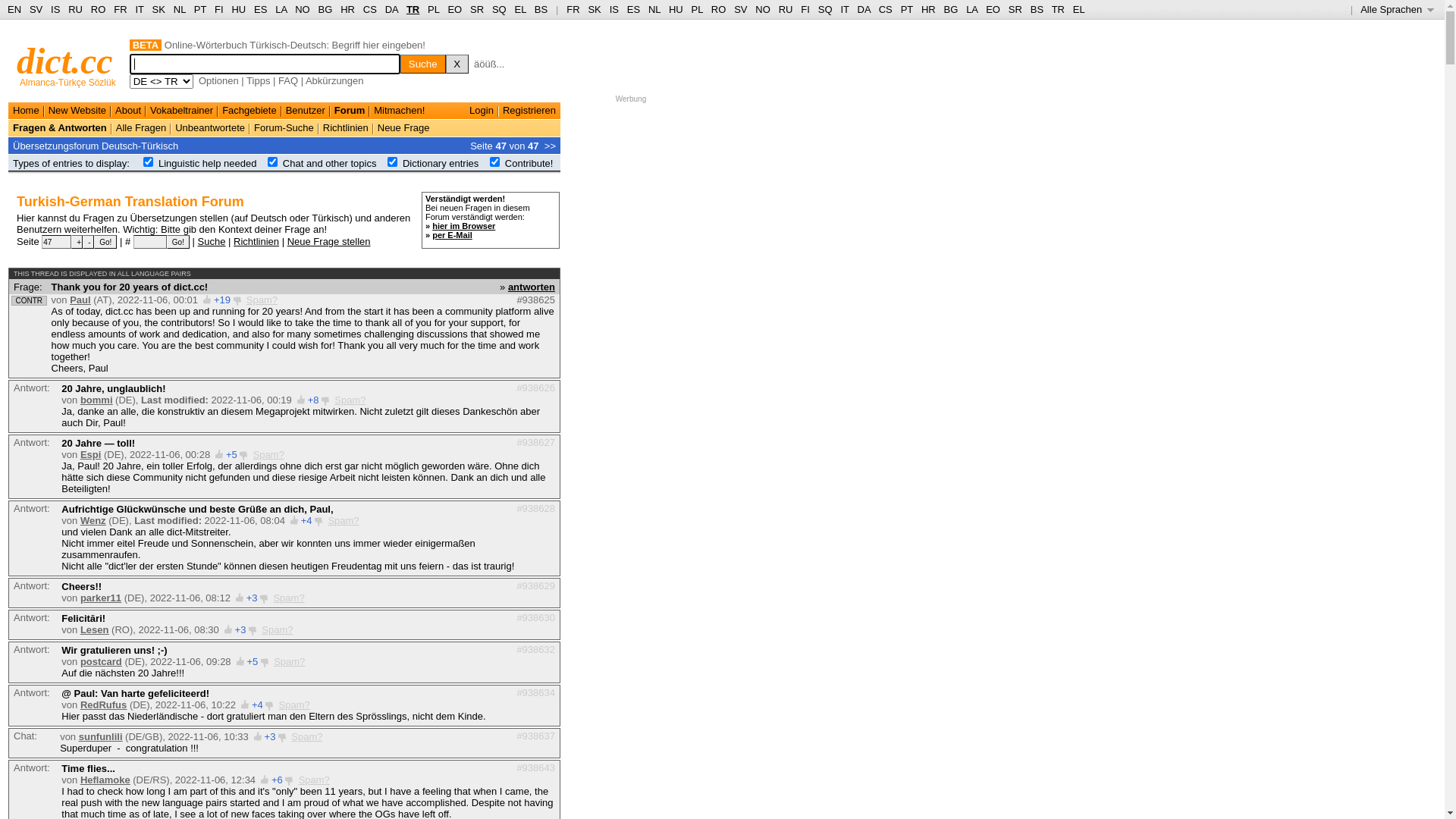  I want to click on 'EN', so click(14, 9).